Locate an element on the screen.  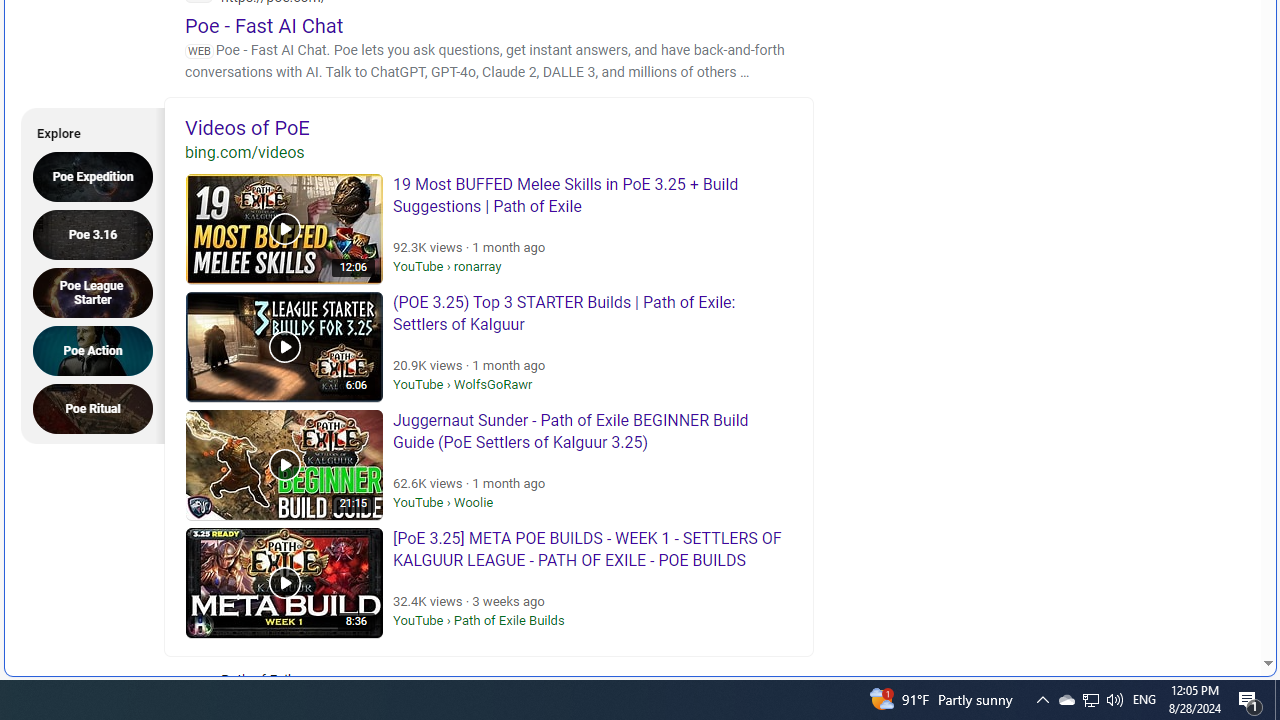
'Explore' is located at coordinates (86, 130).